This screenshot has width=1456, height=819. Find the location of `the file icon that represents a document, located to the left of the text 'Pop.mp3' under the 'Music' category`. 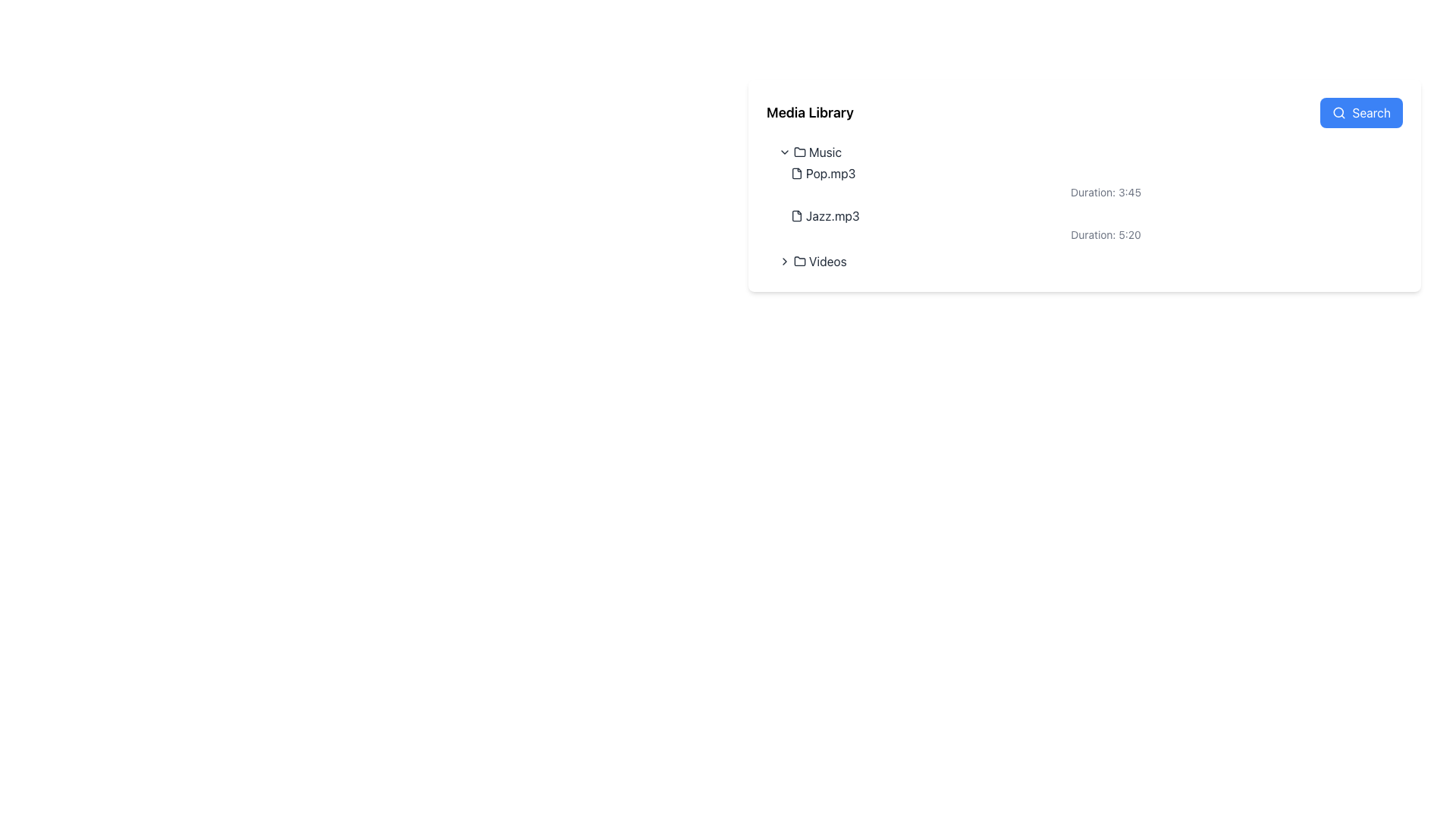

the file icon that represents a document, located to the left of the text 'Pop.mp3' under the 'Music' category is located at coordinates (796, 172).